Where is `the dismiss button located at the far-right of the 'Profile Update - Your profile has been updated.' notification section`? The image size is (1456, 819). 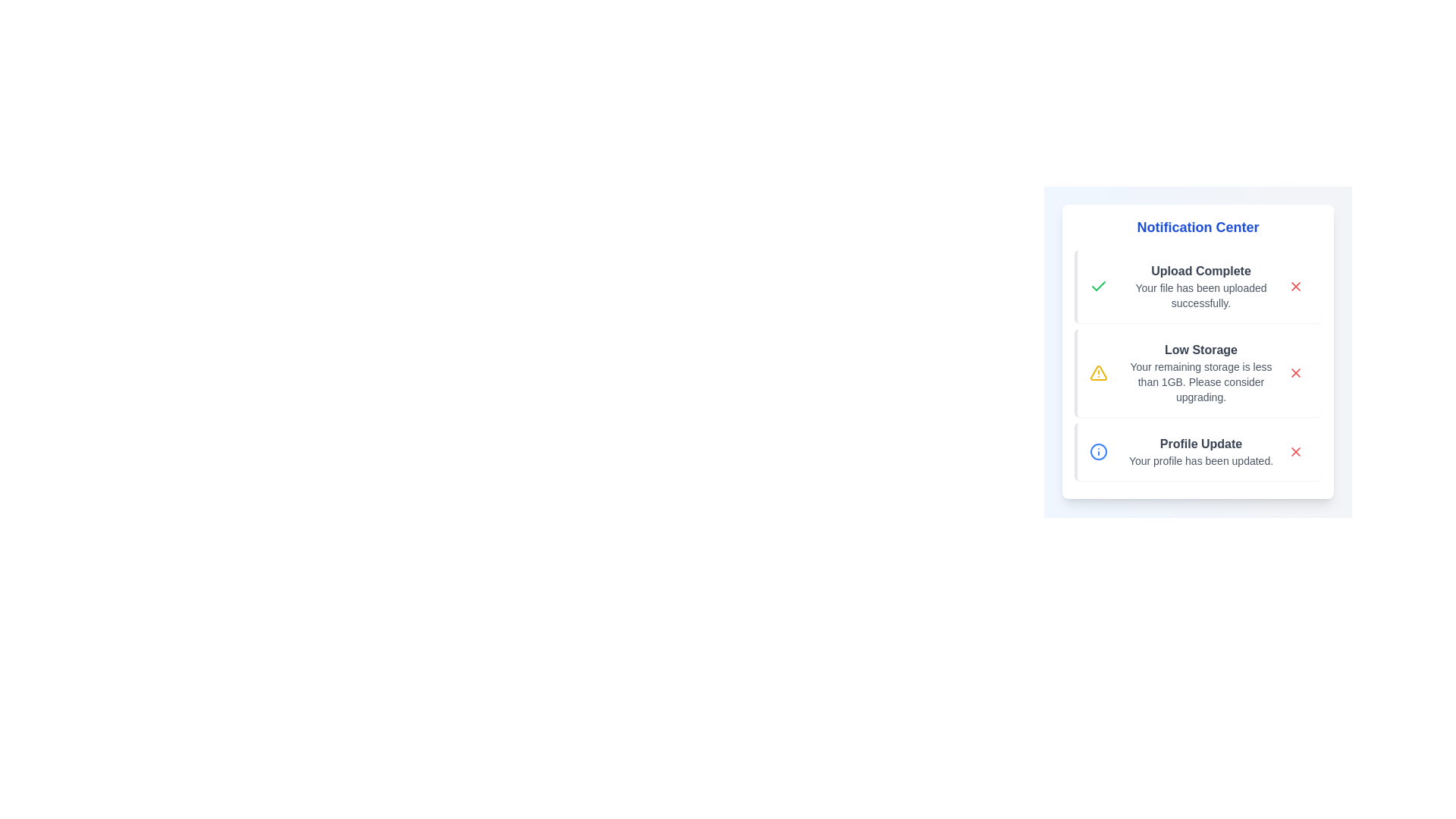 the dismiss button located at the far-right of the 'Profile Update - Your profile has been updated.' notification section is located at coordinates (1294, 451).